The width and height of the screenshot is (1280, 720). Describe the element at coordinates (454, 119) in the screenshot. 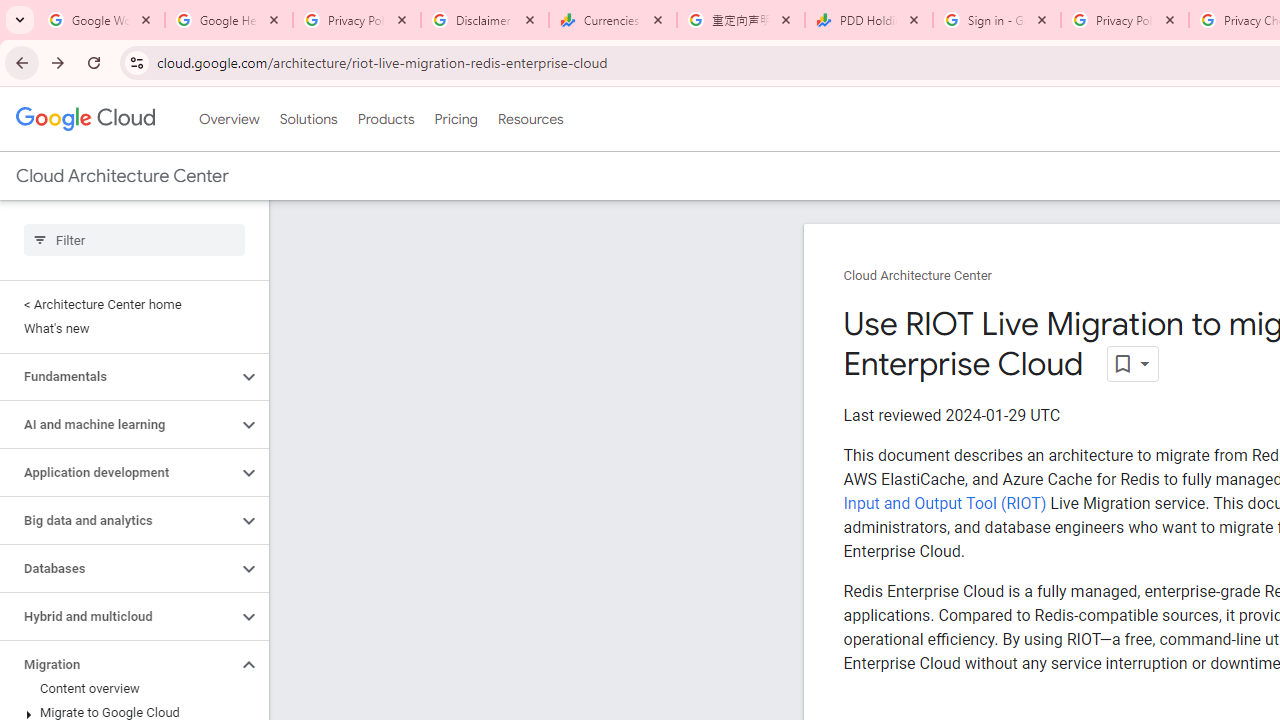

I see `'Pricing'` at that location.